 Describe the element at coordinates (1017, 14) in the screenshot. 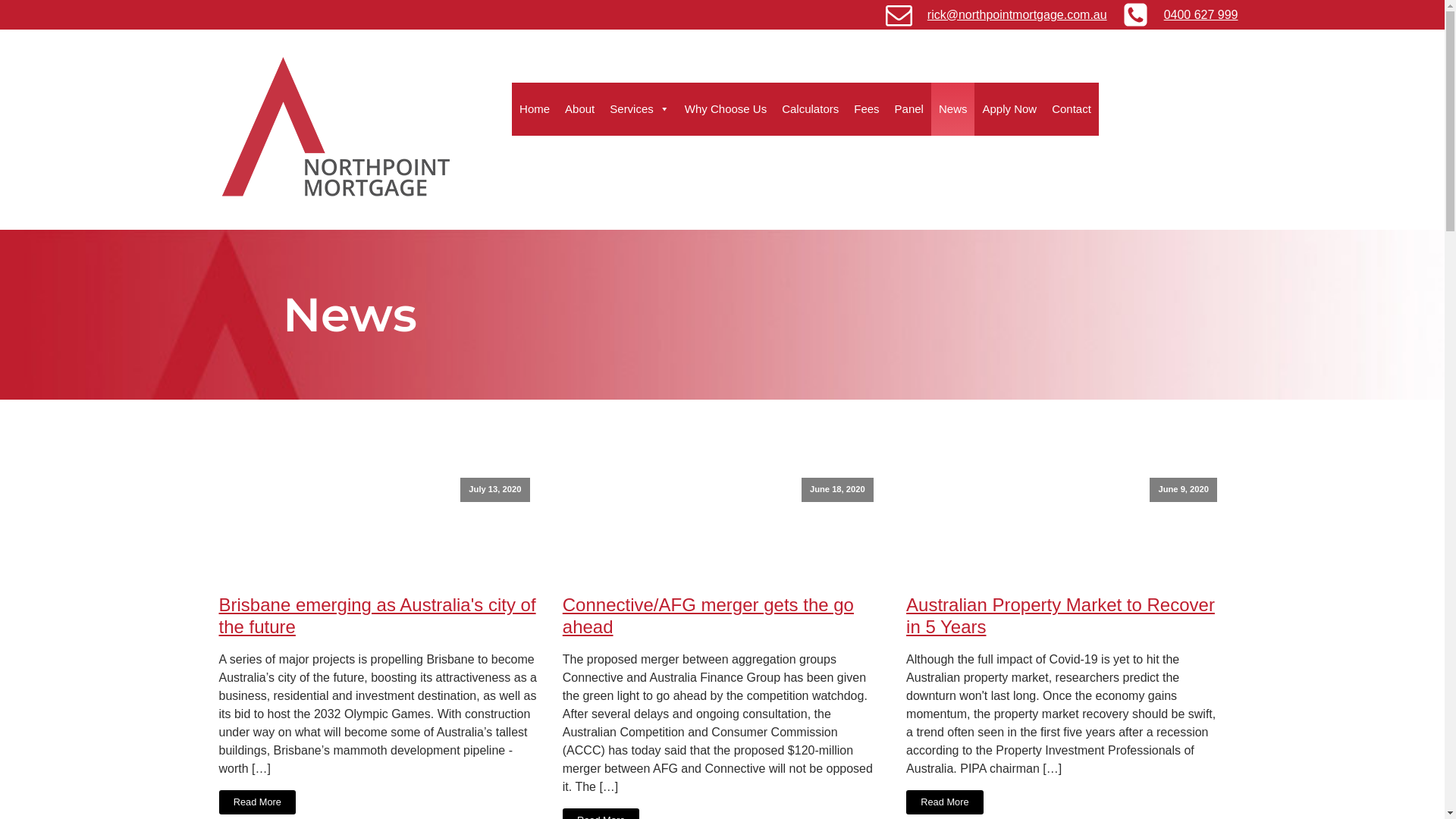

I see `'rick@northpointmortgage.com.au'` at that location.